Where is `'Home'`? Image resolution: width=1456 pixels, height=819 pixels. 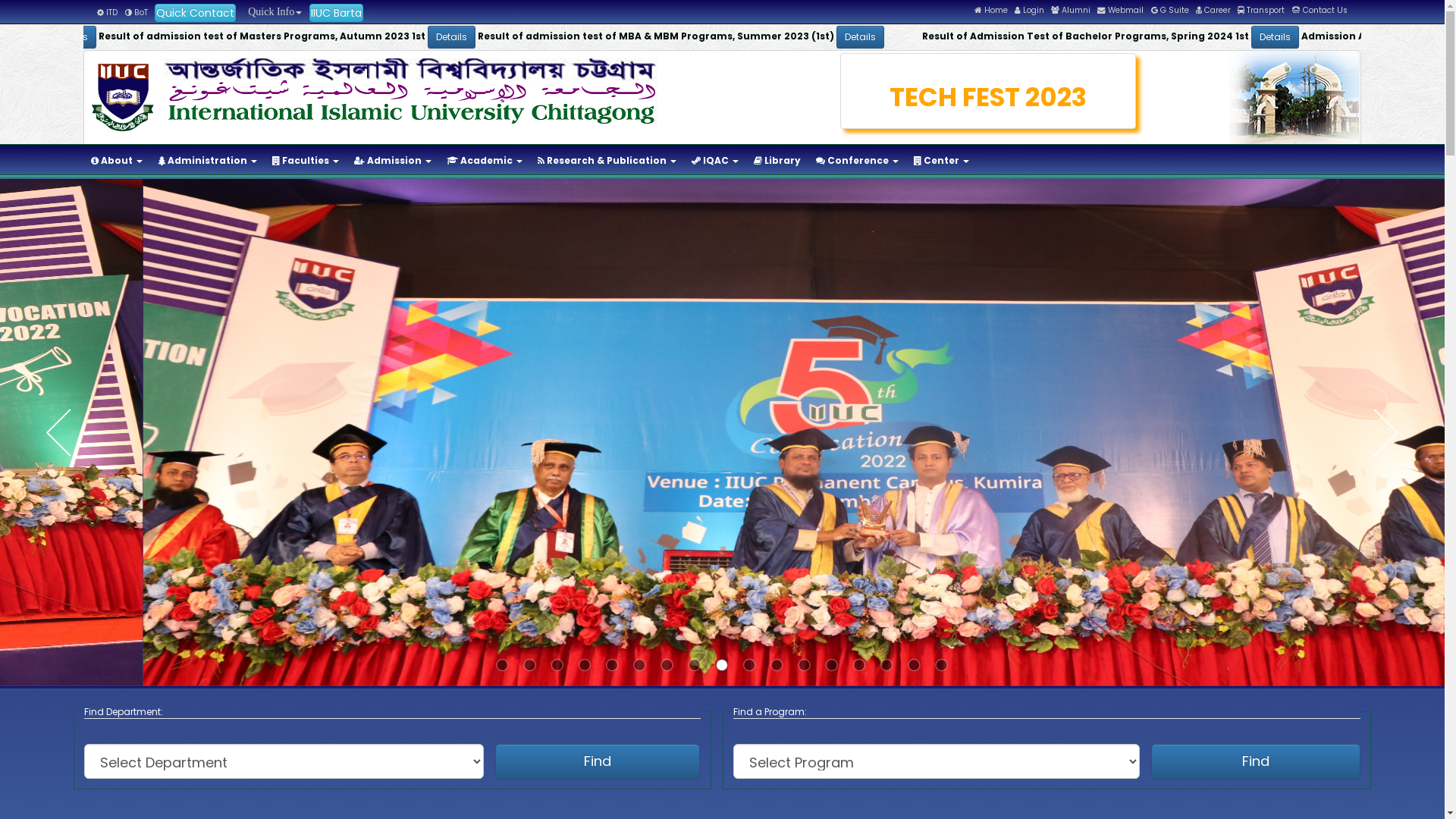
'Home' is located at coordinates (974, 10).